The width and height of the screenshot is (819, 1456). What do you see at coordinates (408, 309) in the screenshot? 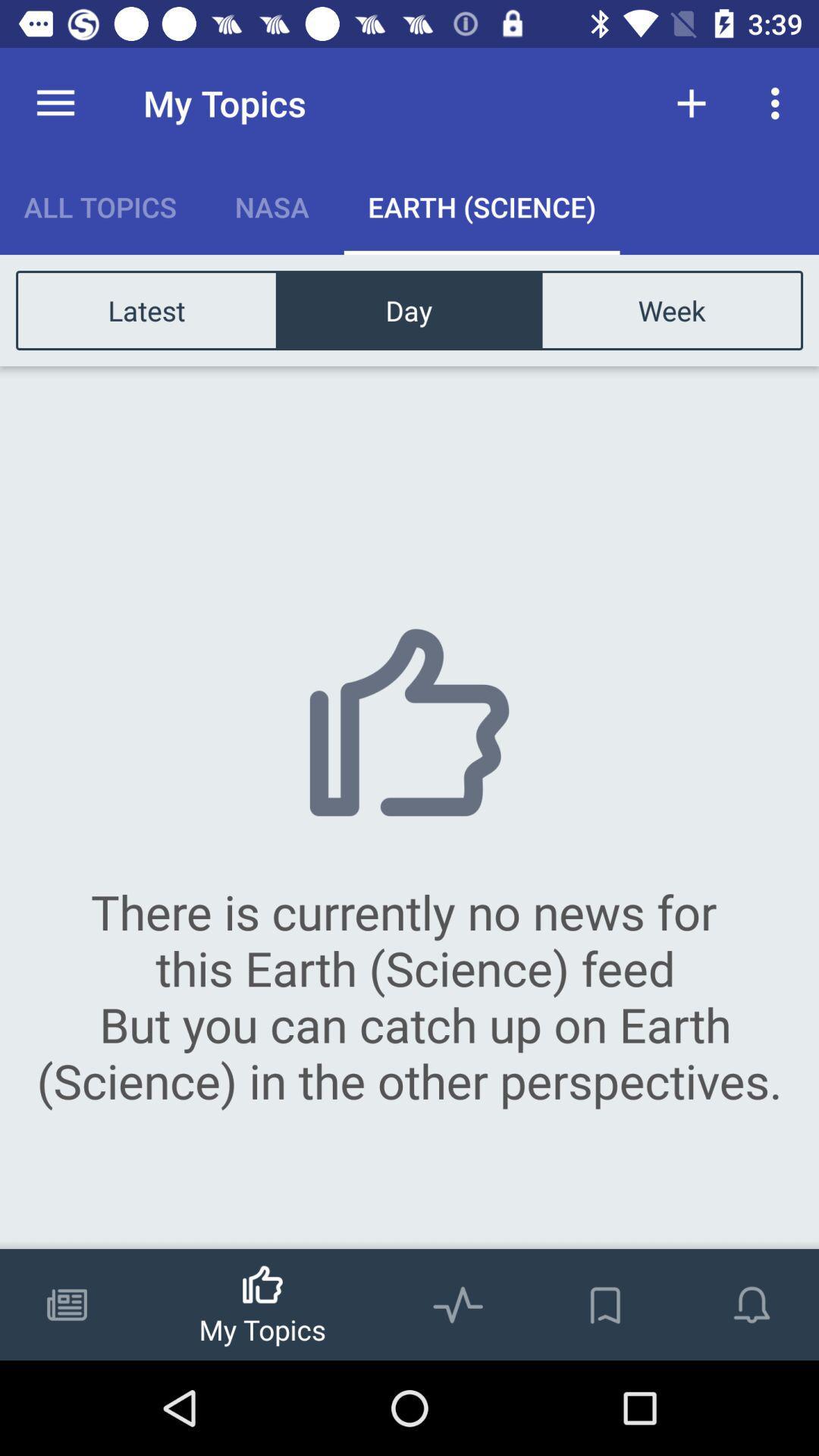
I see `day item` at bounding box center [408, 309].